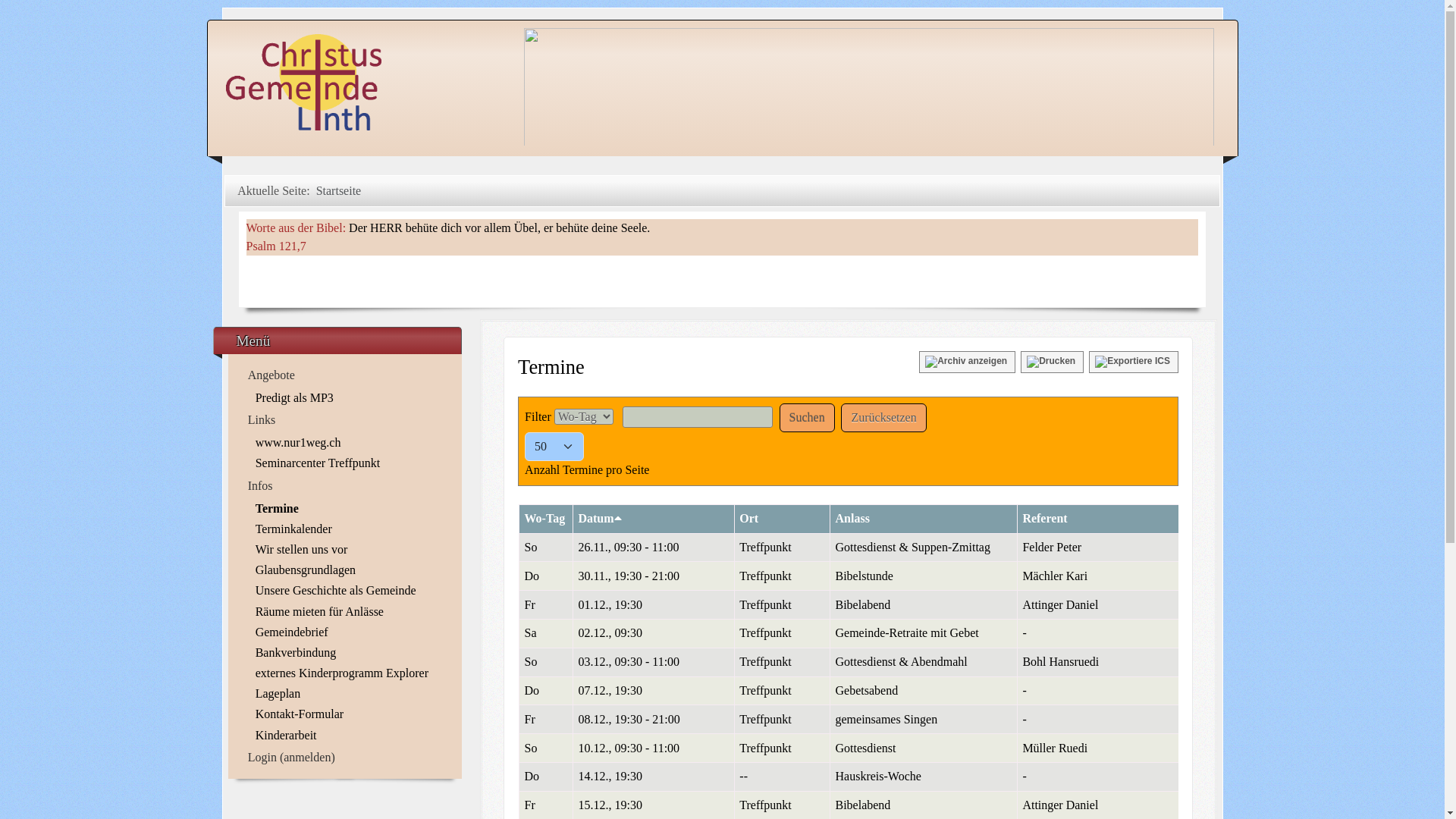 This screenshot has width=1456, height=819. Describe the element at coordinates (524, 517) in the screenshot. I see `'Wo-Tag'` at that location.